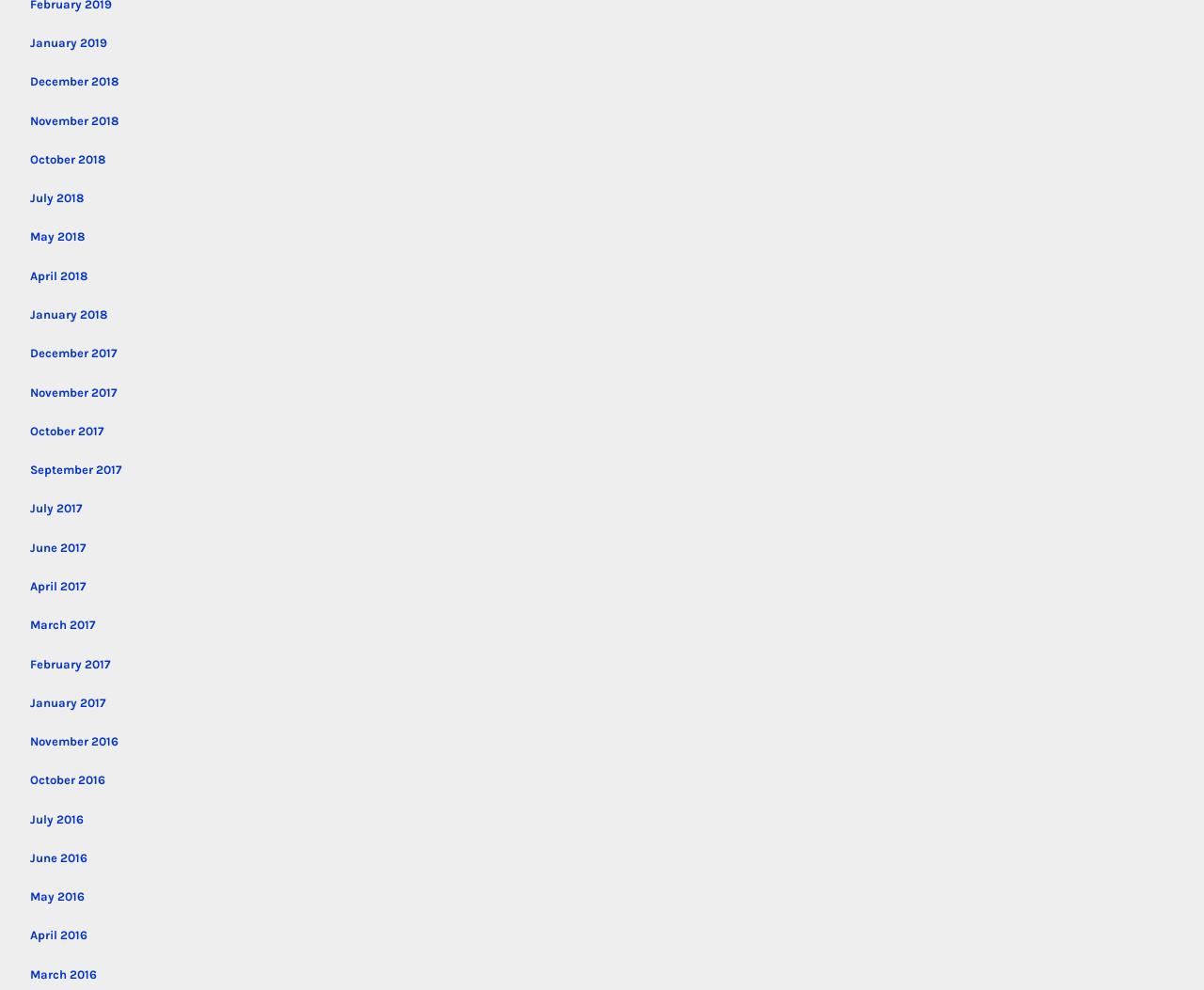  I want to click on 'July 2016', so click(56, 818).